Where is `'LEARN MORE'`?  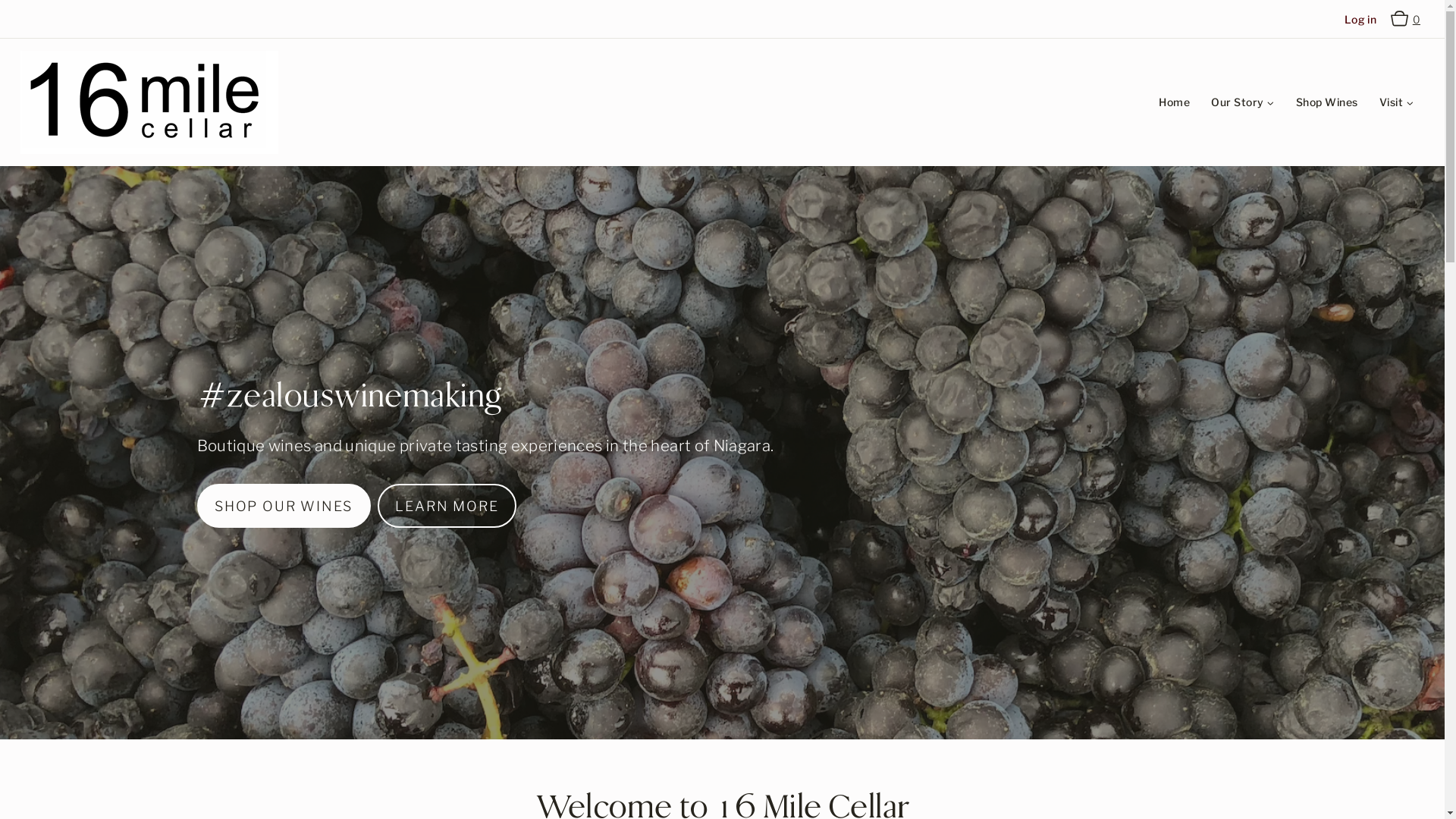
'LEARN MORE' is located at coordinates (446, 506).